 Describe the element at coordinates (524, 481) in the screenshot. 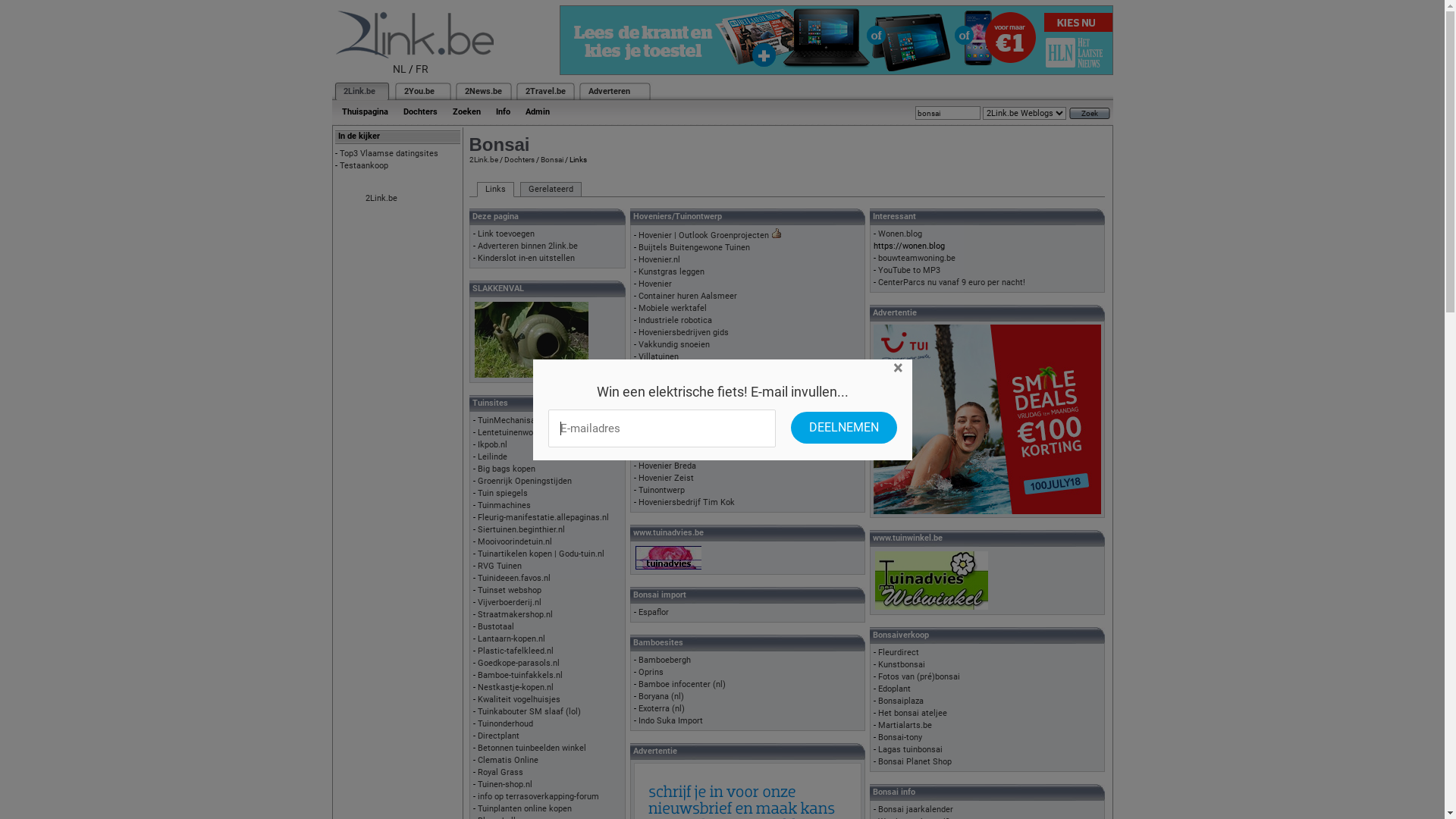

I see `'Groenrijk Openingstijden'` at that location.